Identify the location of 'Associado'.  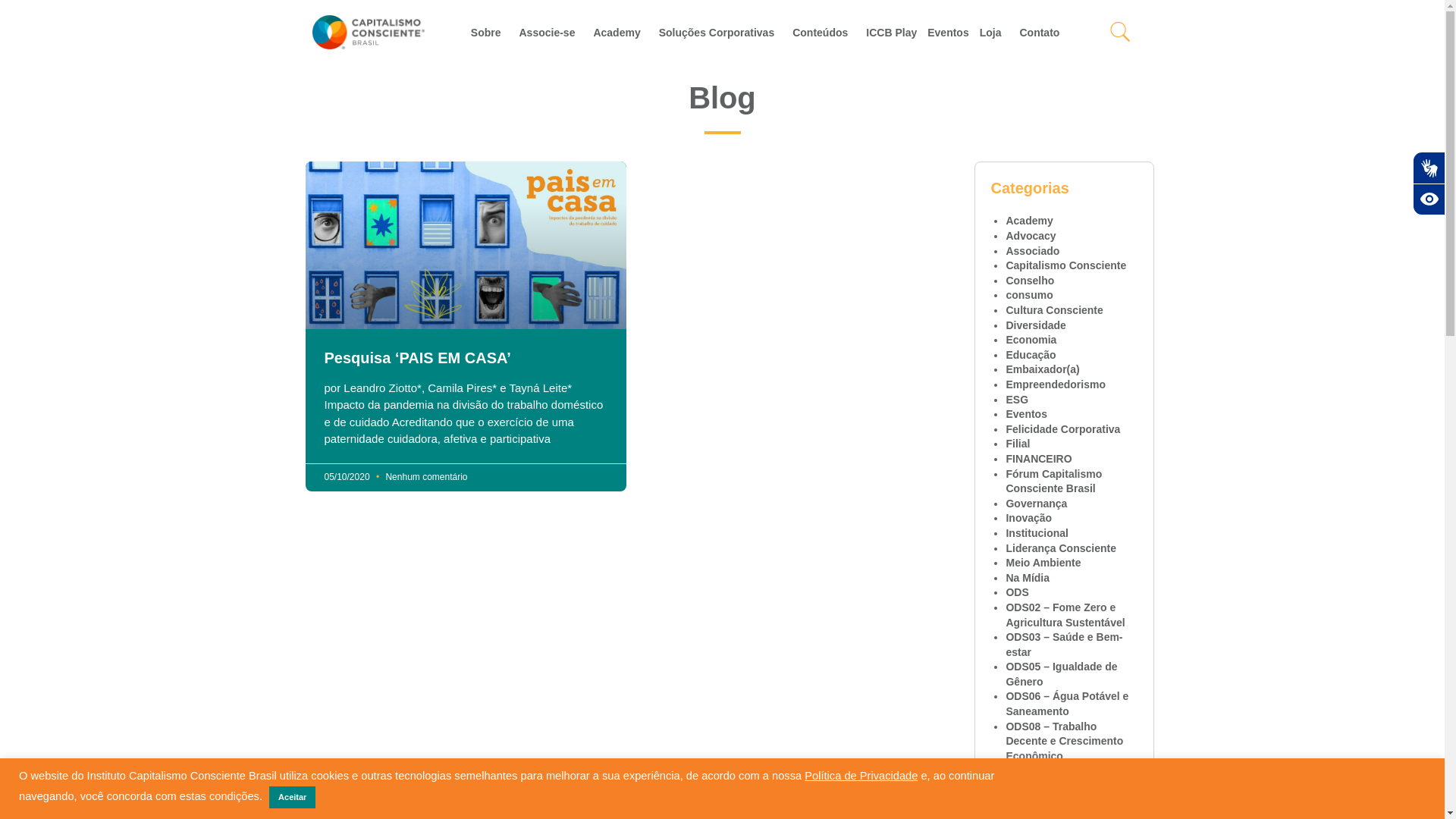
(1031, 250).